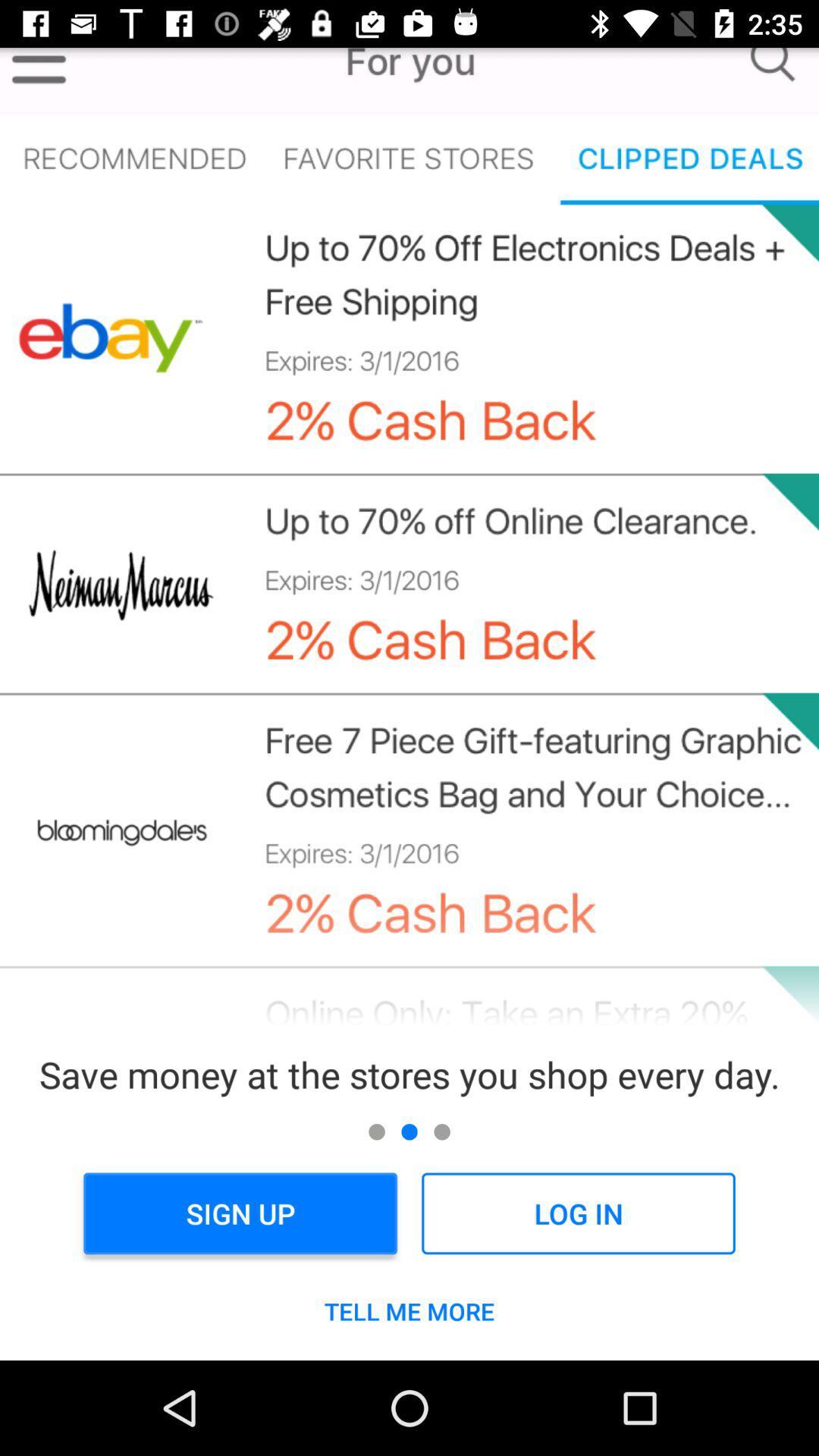 The width and height of the screenshot is (819, 1456). I want to click on icon above the tell me more, so click(240, 1213).